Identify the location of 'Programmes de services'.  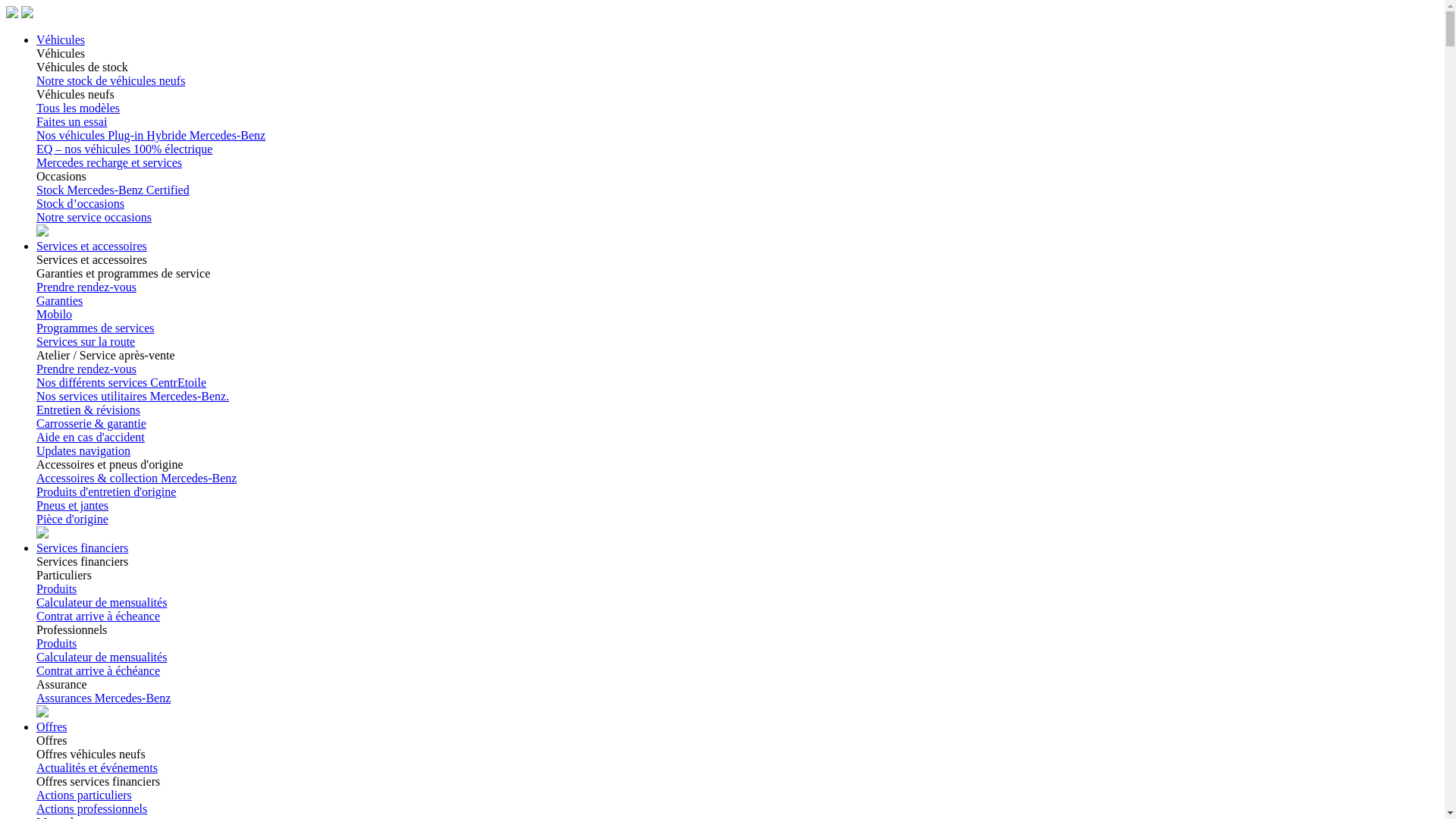
(36, 327).